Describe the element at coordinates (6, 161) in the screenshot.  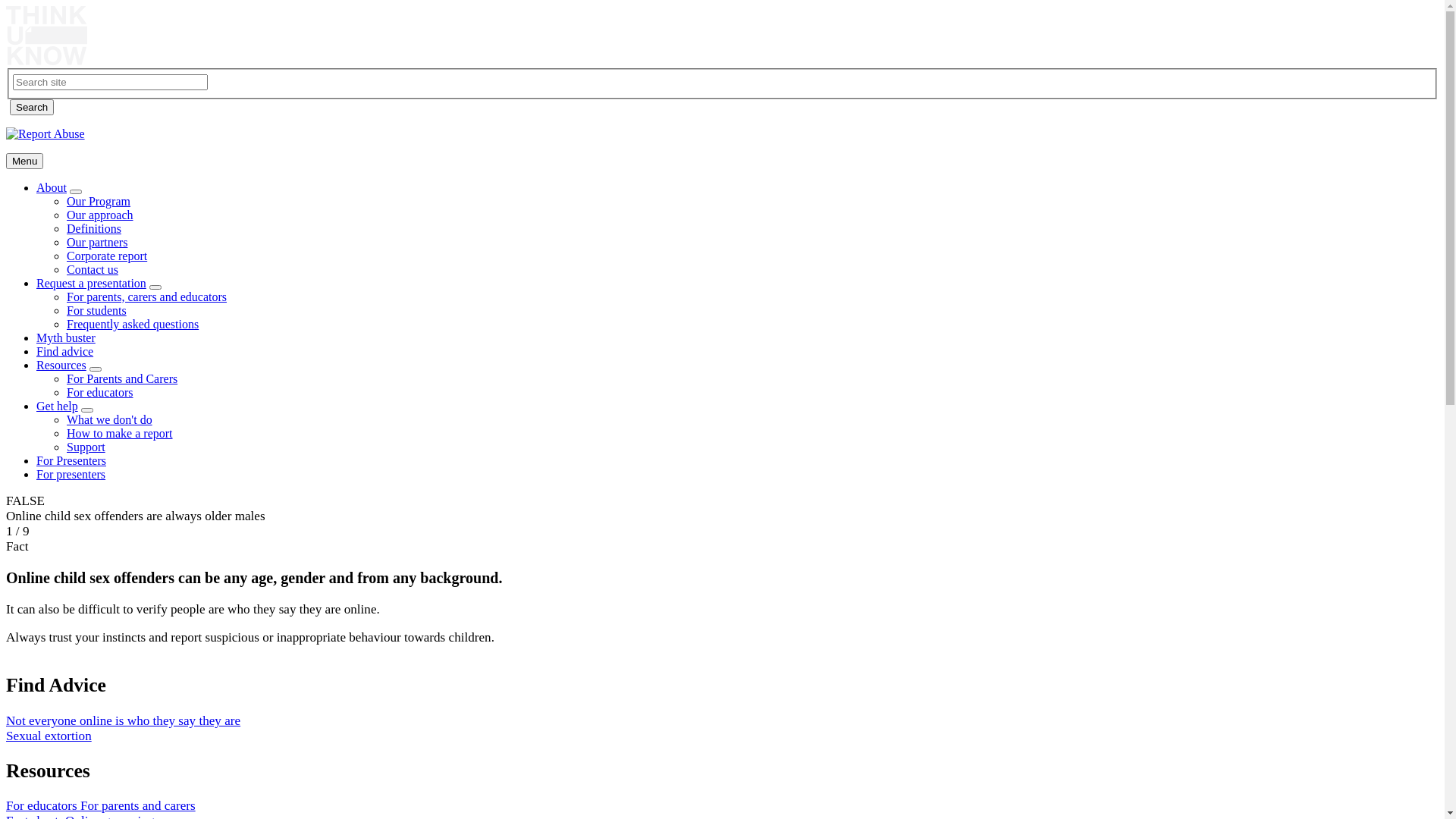
I see `'Menu'` at that location.